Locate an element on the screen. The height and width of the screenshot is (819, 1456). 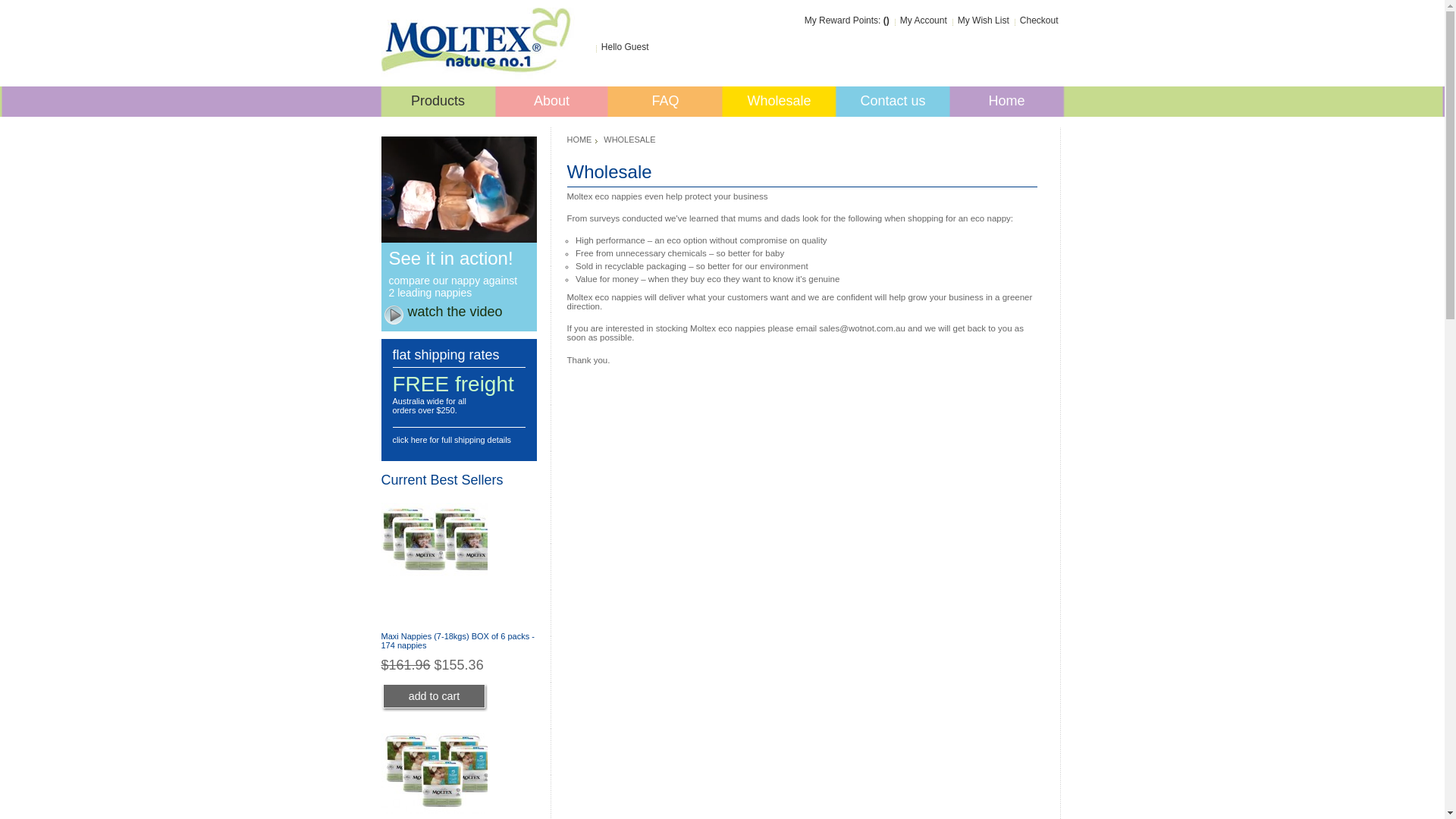
'click here for full shipping details' is located at coordinates (451, 439).